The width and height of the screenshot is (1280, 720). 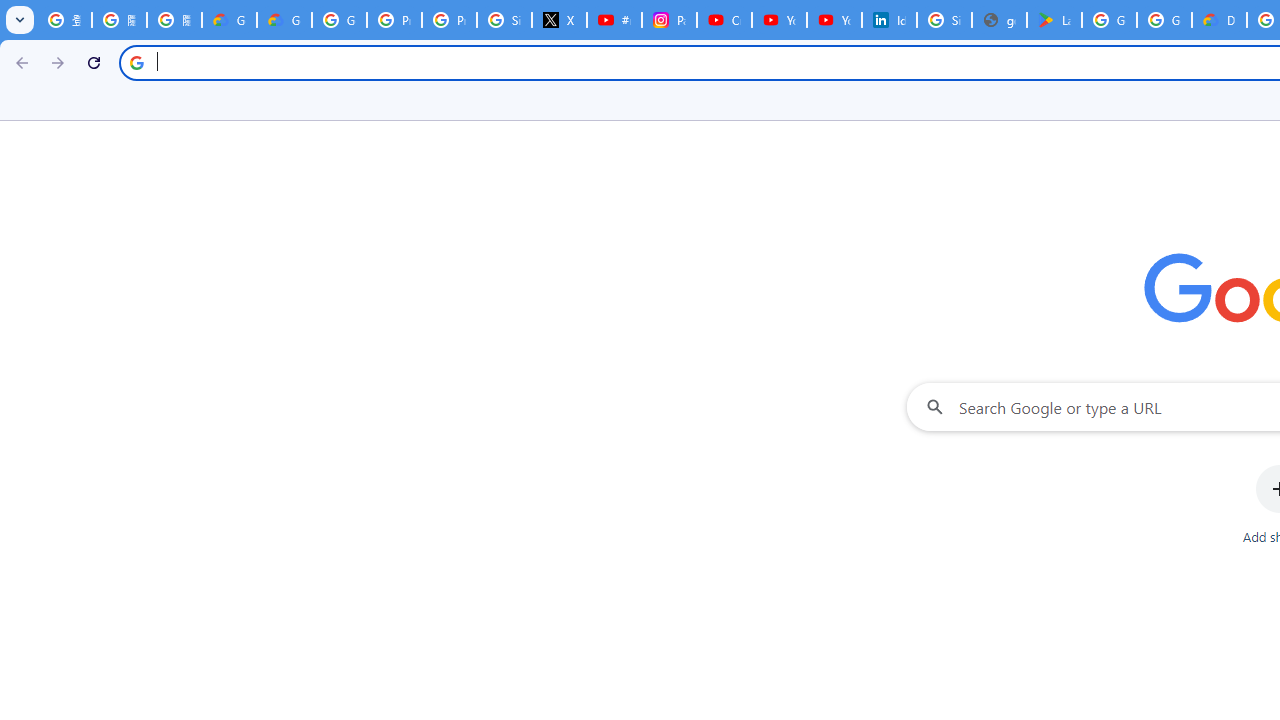 I want to click on 'X', so click(x=560, y=20).